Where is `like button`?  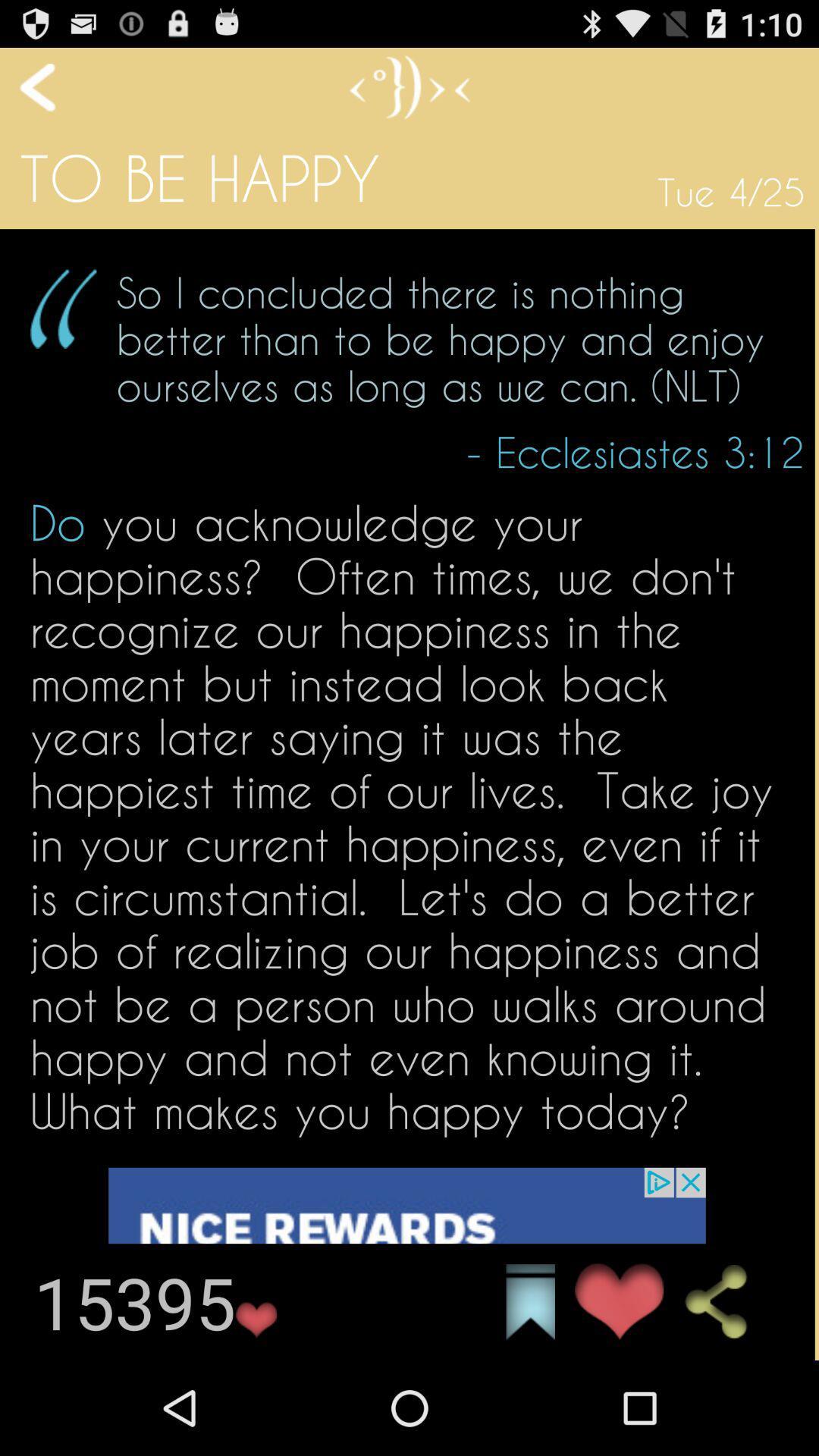
like button is located at coordinates (406, 1263).